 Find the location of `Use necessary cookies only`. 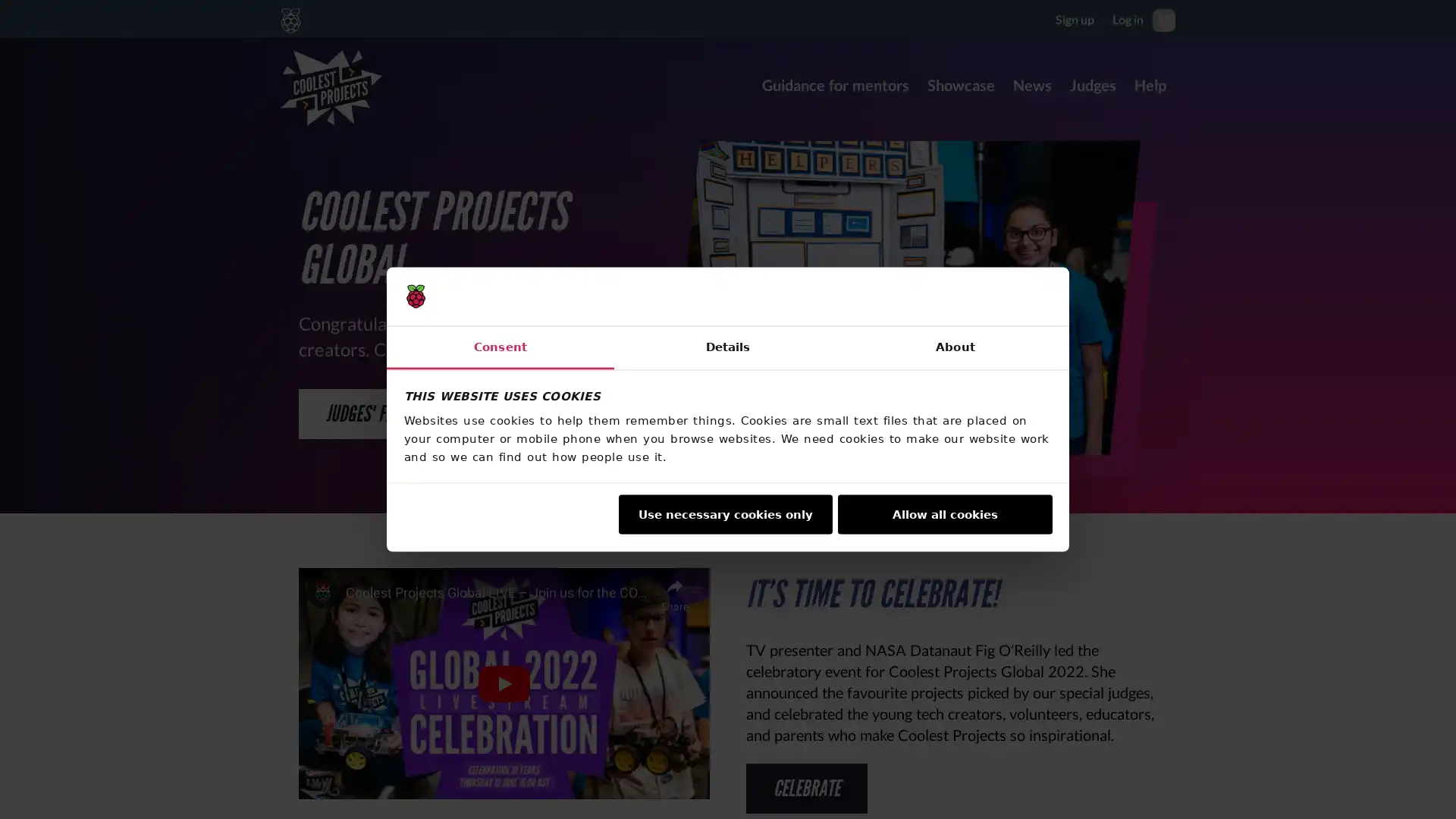

Use necessary cookies only is located at coordinates (723, 513).